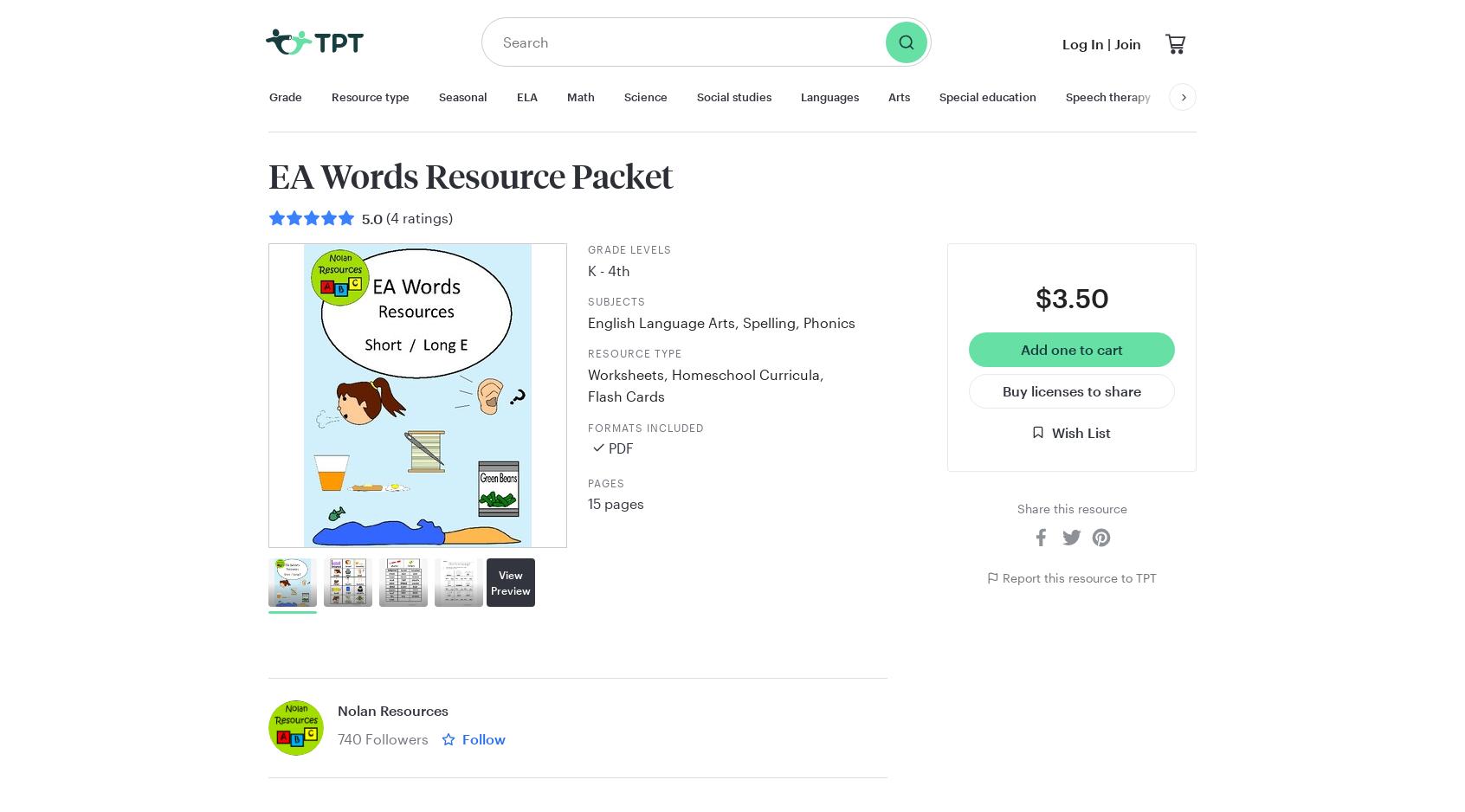 The height and width of the screenshot is (812, 1465). Describe the element at coordinates (448, 216) in the screenshot. I see `')'` at that location.